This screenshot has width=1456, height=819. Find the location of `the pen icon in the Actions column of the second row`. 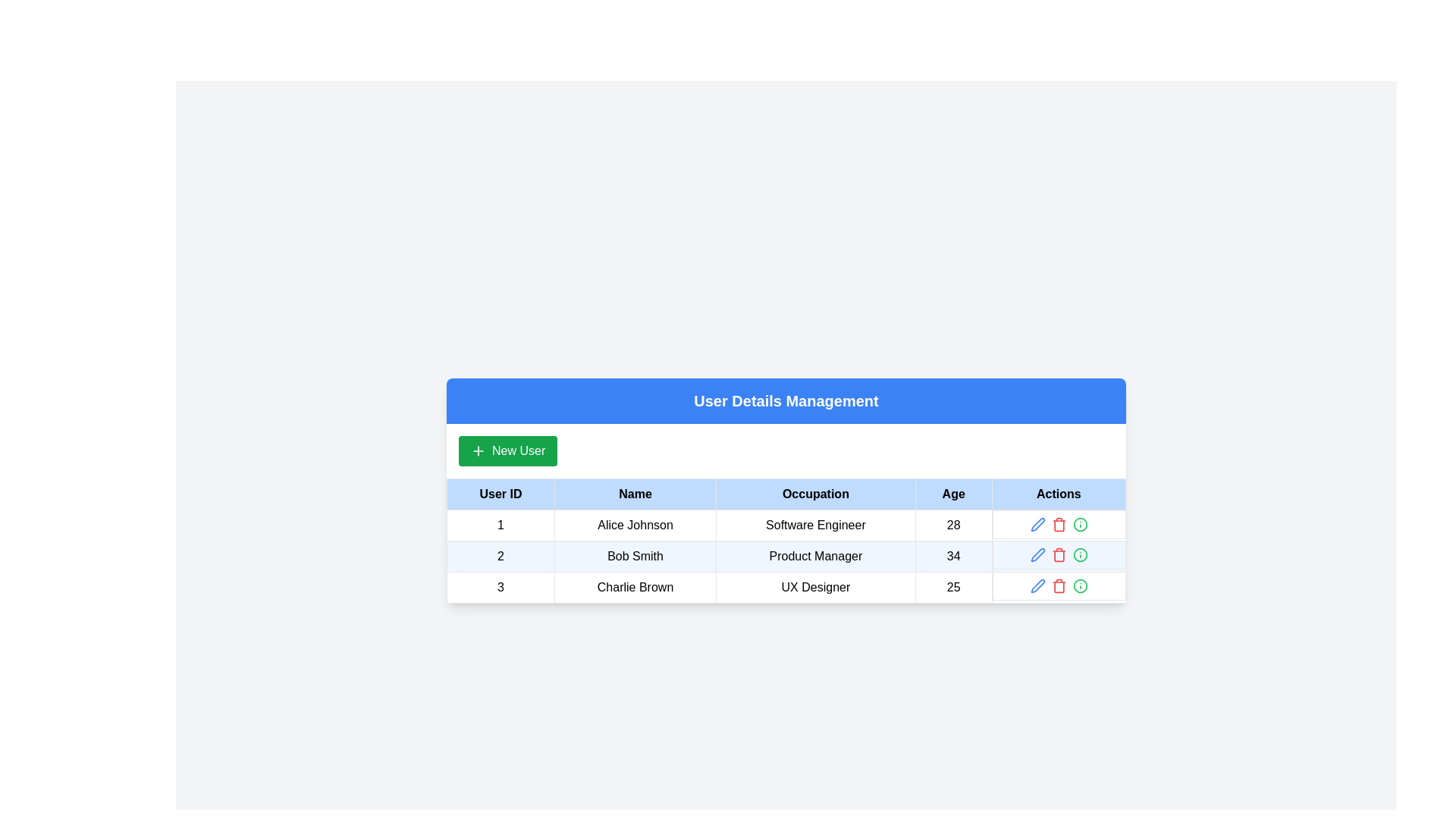

the pen icon in the Actions column of the second row is located at coordinates (1037, 523).